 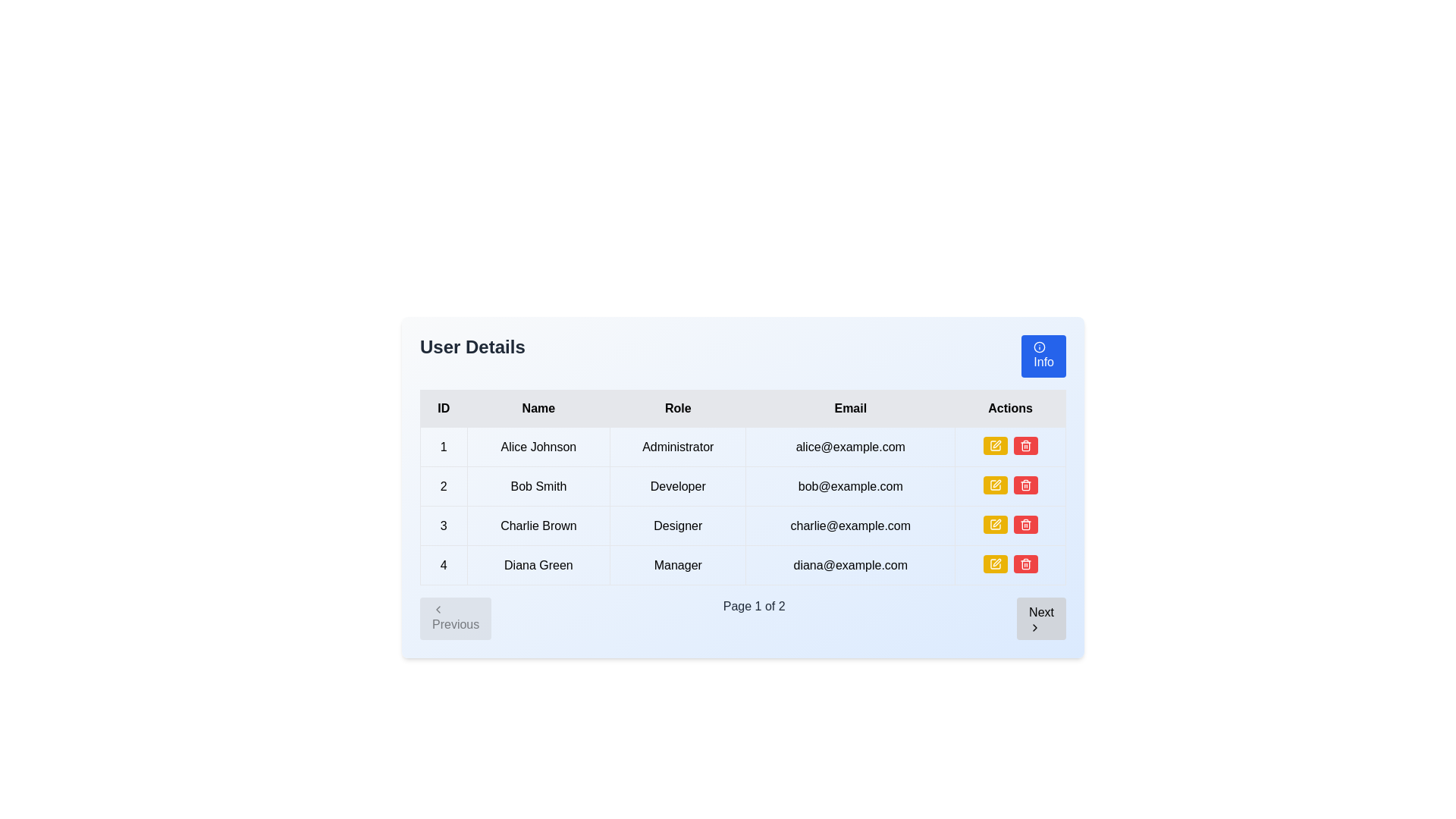 What do you see at coordinates (1025, 523) in the screenshot?
I see `the trash bin icon button in the 'Actions' column for 'Bob Smith'` at bounding box center [1025, 523].